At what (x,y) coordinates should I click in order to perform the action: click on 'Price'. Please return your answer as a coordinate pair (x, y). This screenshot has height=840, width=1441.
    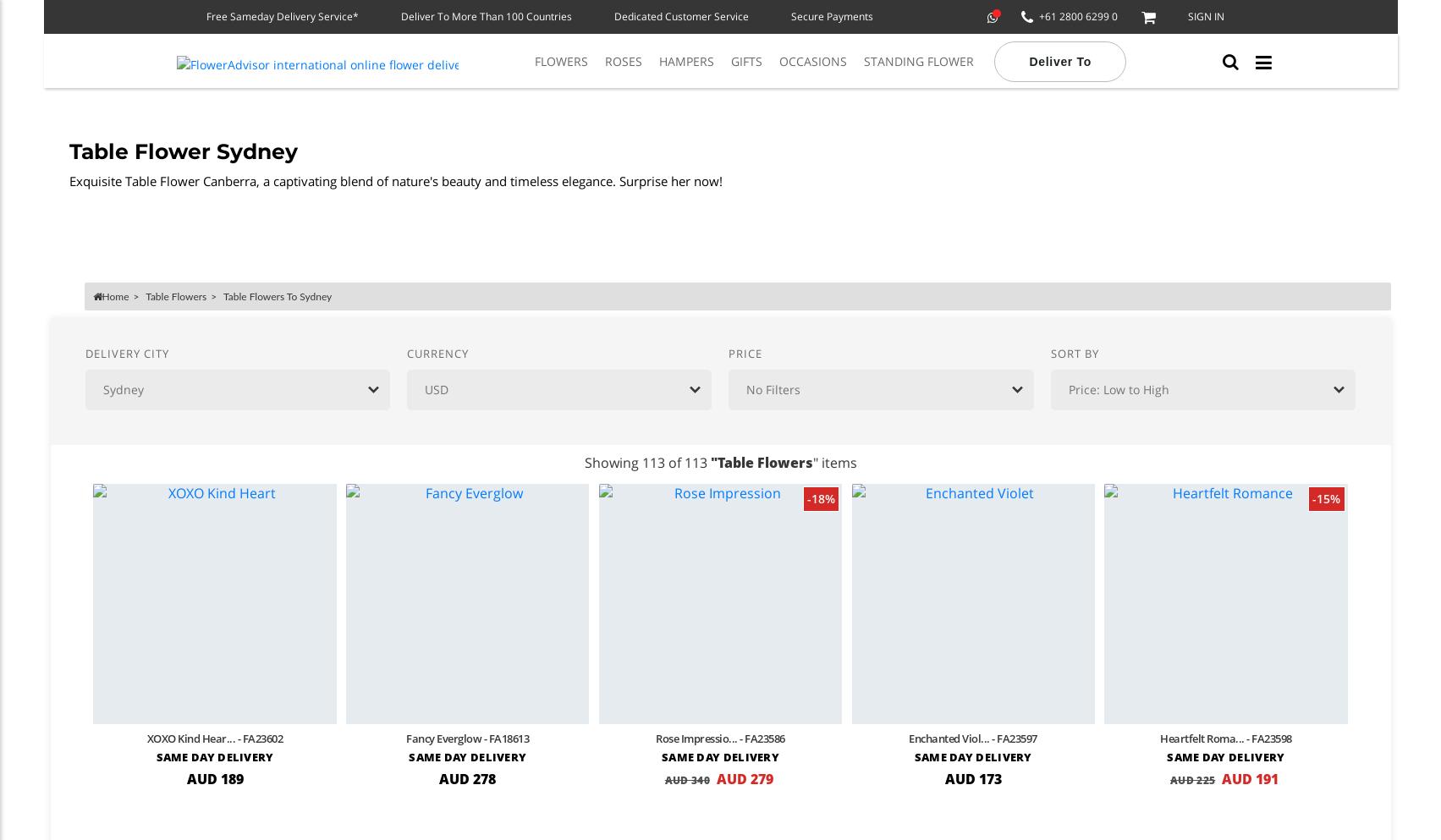
    Looking at the image, I should click on (744, 351).